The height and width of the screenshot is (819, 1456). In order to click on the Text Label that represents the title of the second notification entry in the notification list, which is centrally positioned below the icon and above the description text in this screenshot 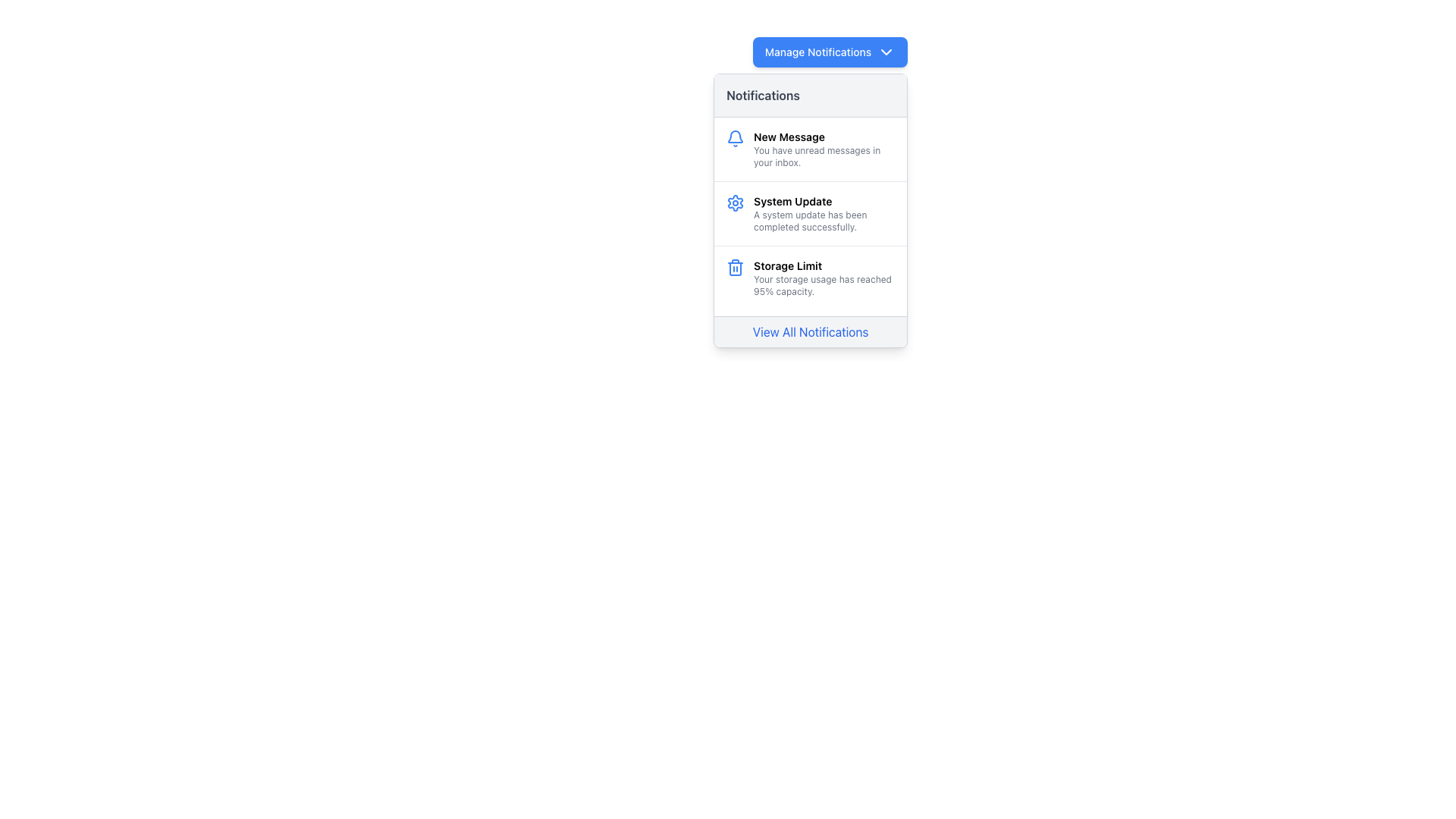, I will do `click(824, 201)`.